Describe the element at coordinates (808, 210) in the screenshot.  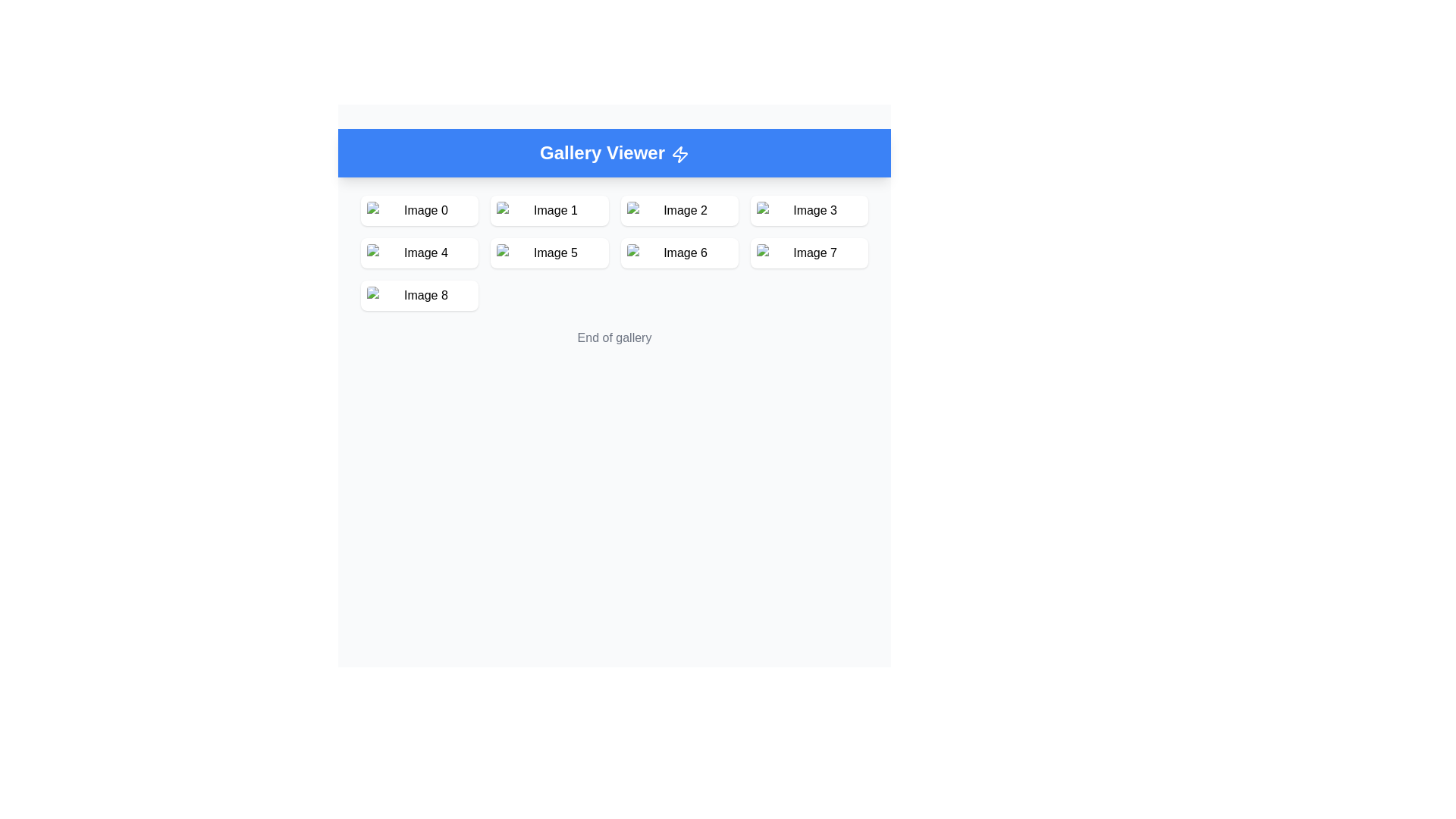
I see `the image thumbnail located in the top-right section of the gallery interface` at that location.